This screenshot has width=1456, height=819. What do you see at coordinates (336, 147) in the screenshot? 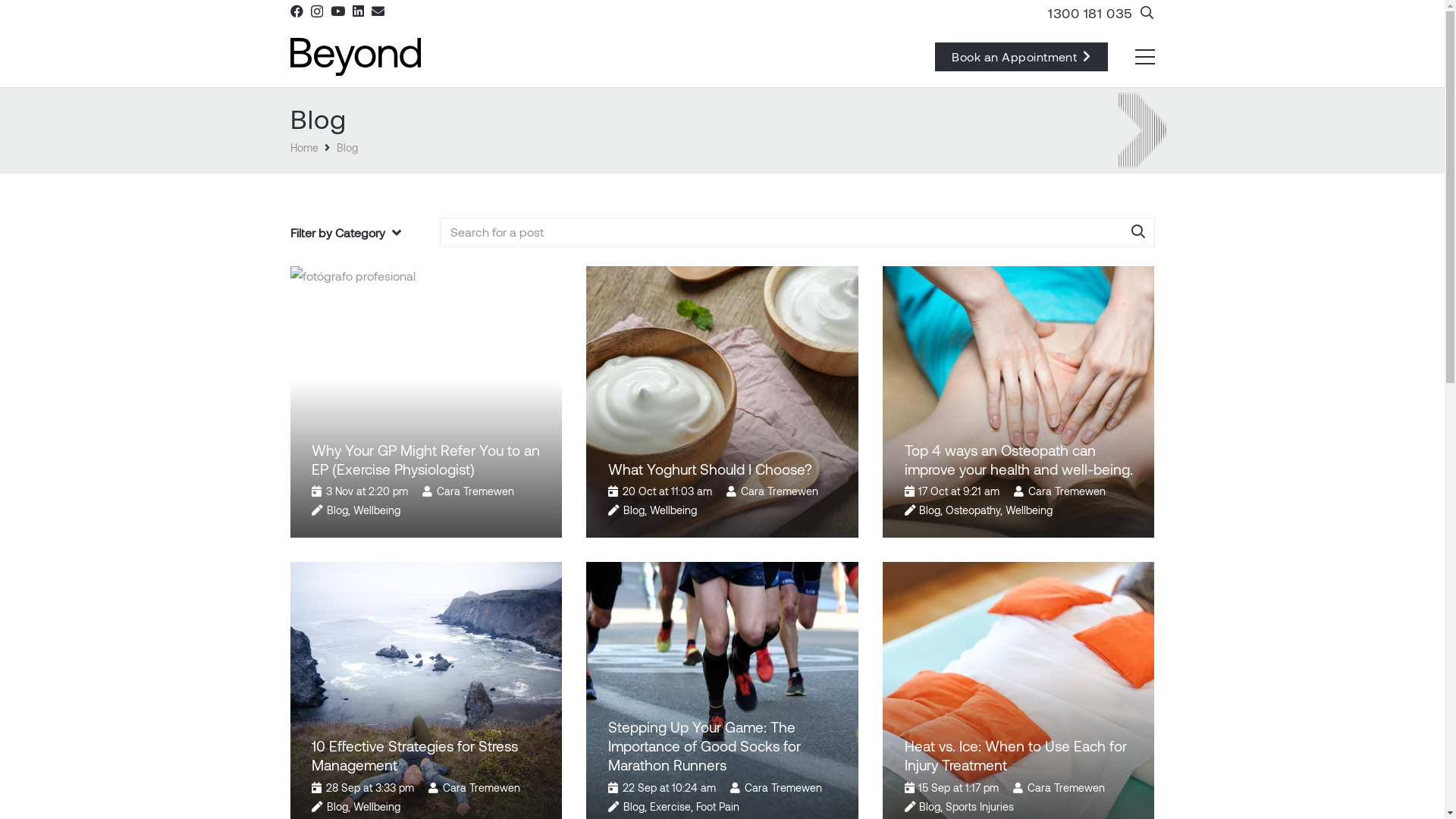
I see `'Blog'` at bounding box center [336, 147].